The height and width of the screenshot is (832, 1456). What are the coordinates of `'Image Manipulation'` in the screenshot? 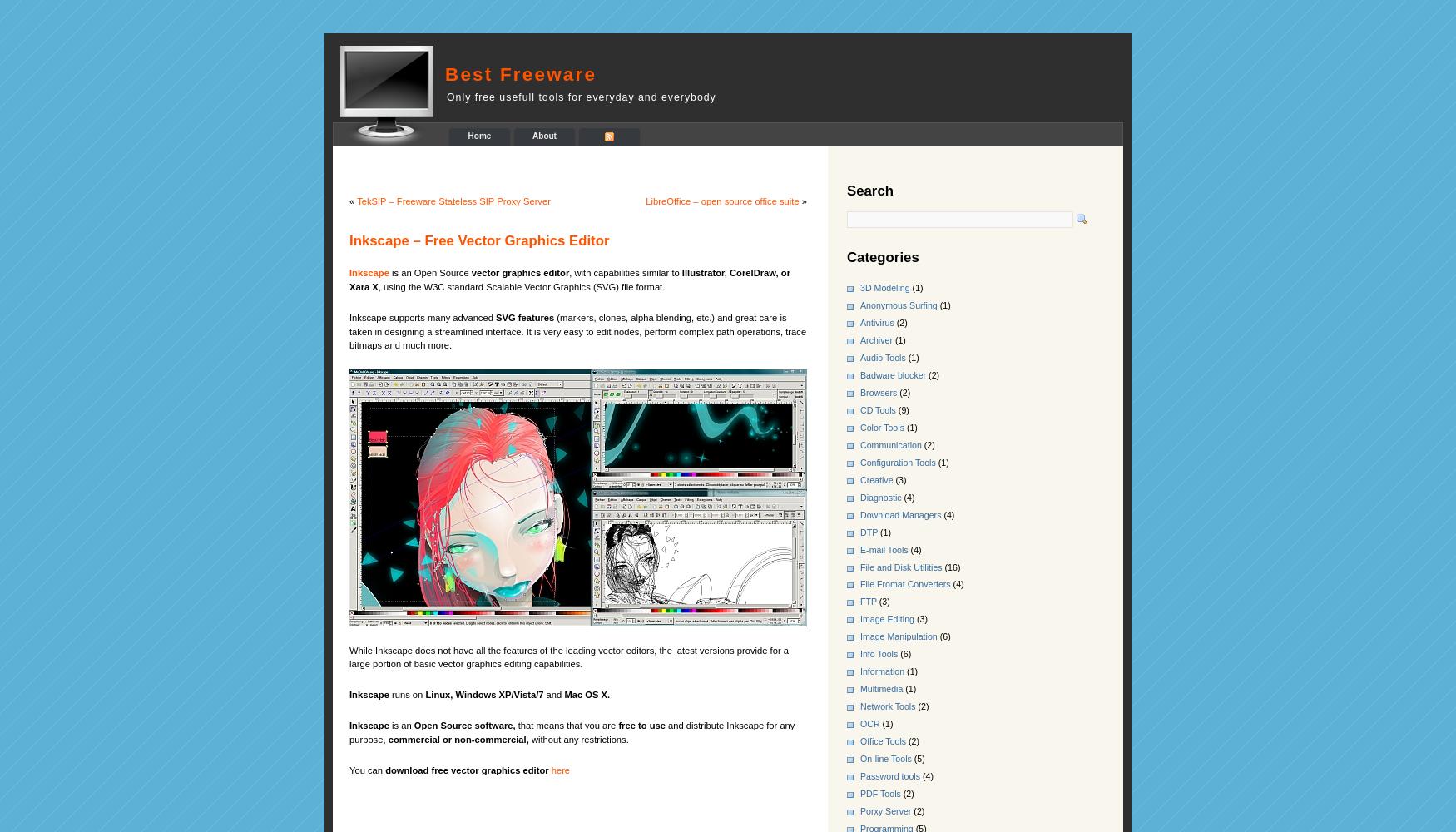 It's located at (898, 636).